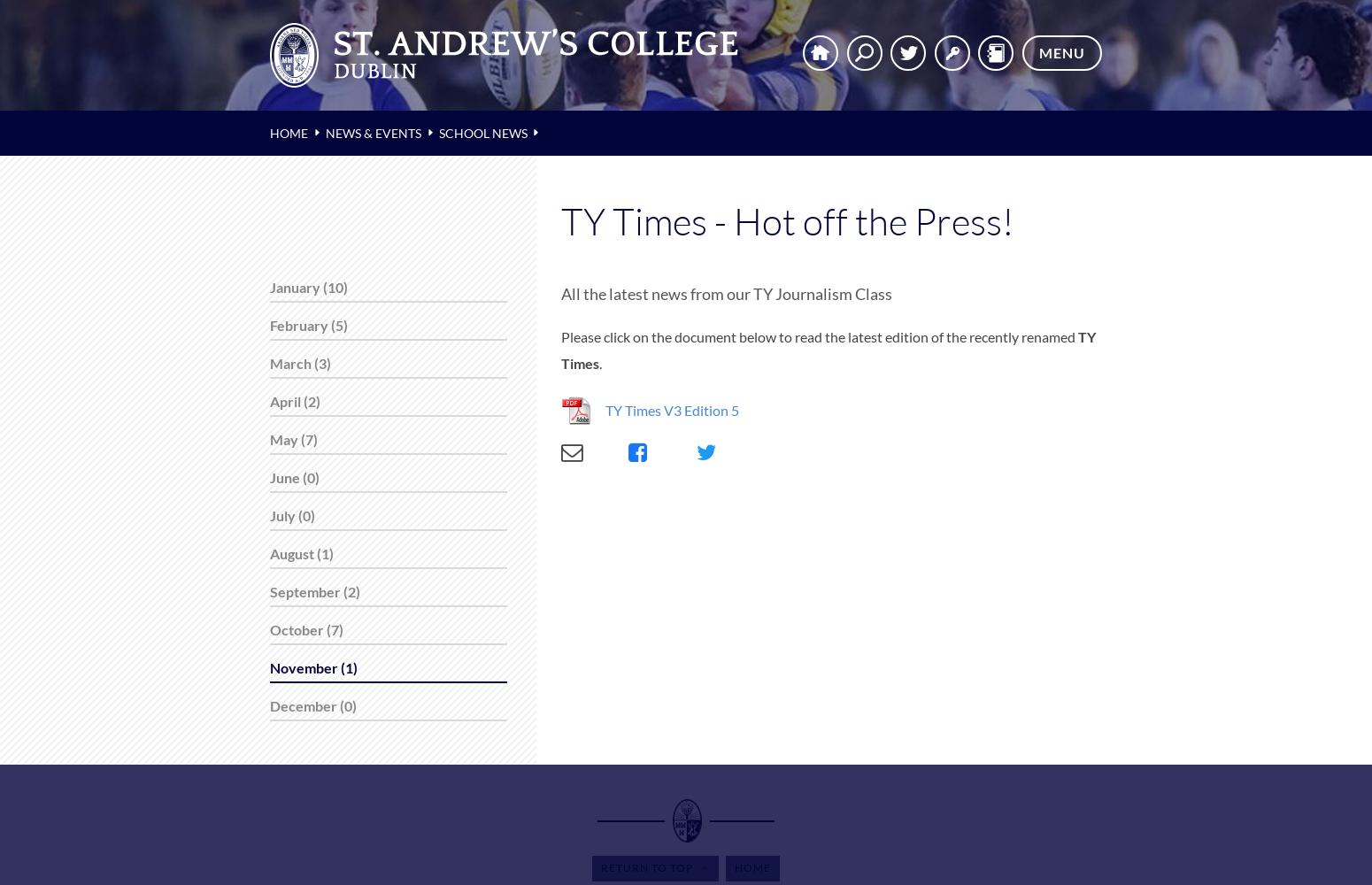 The image size is (1372, 885). I want to click on 'Welcome', so click(70, 27).